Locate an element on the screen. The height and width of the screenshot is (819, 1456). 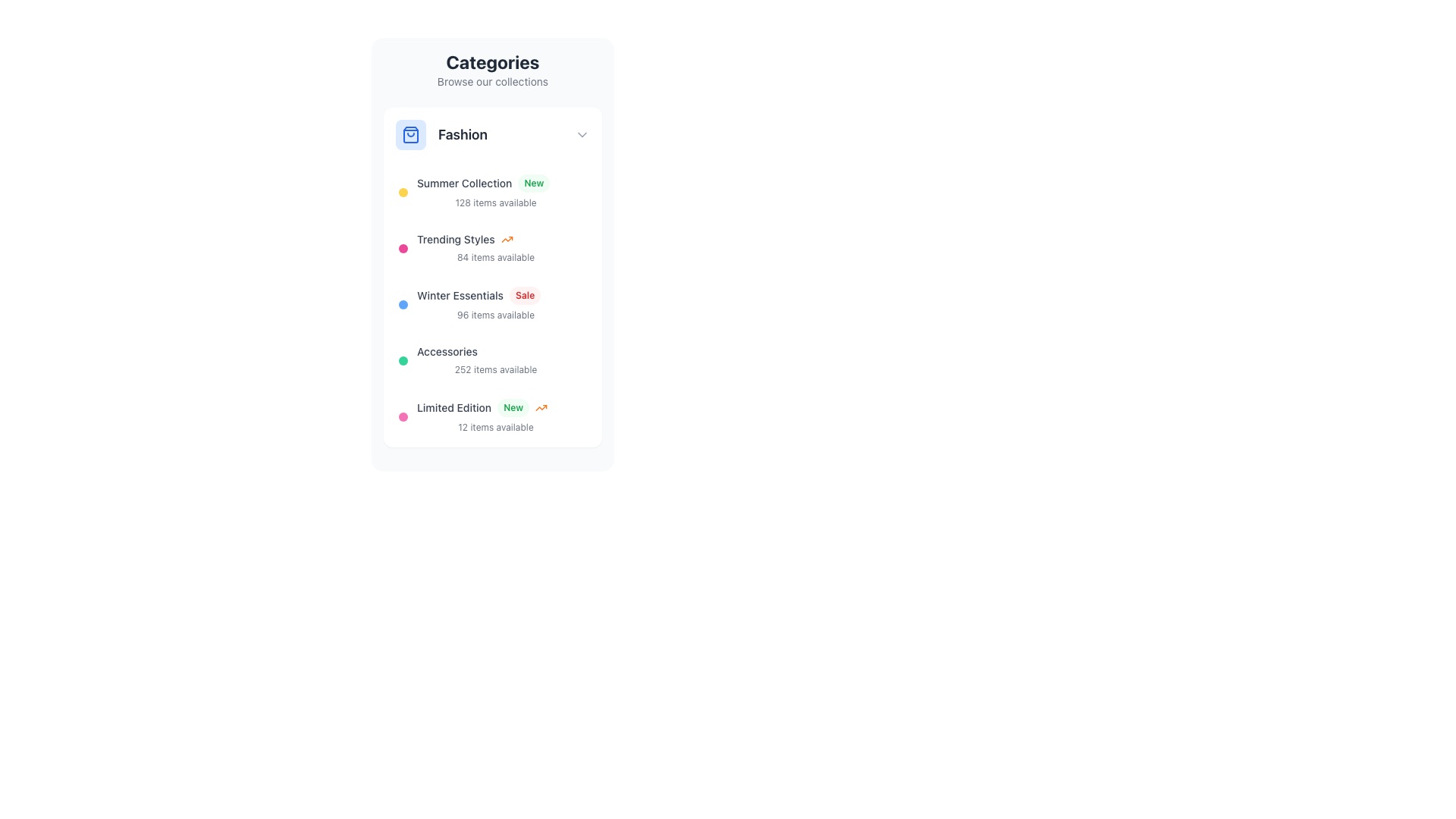
the Text Label displaying 'Summer Collection' with a green badge indicating 'New' and '128 items available' below it, located in the 'Fashion' category is located at coordinates (495, 192).